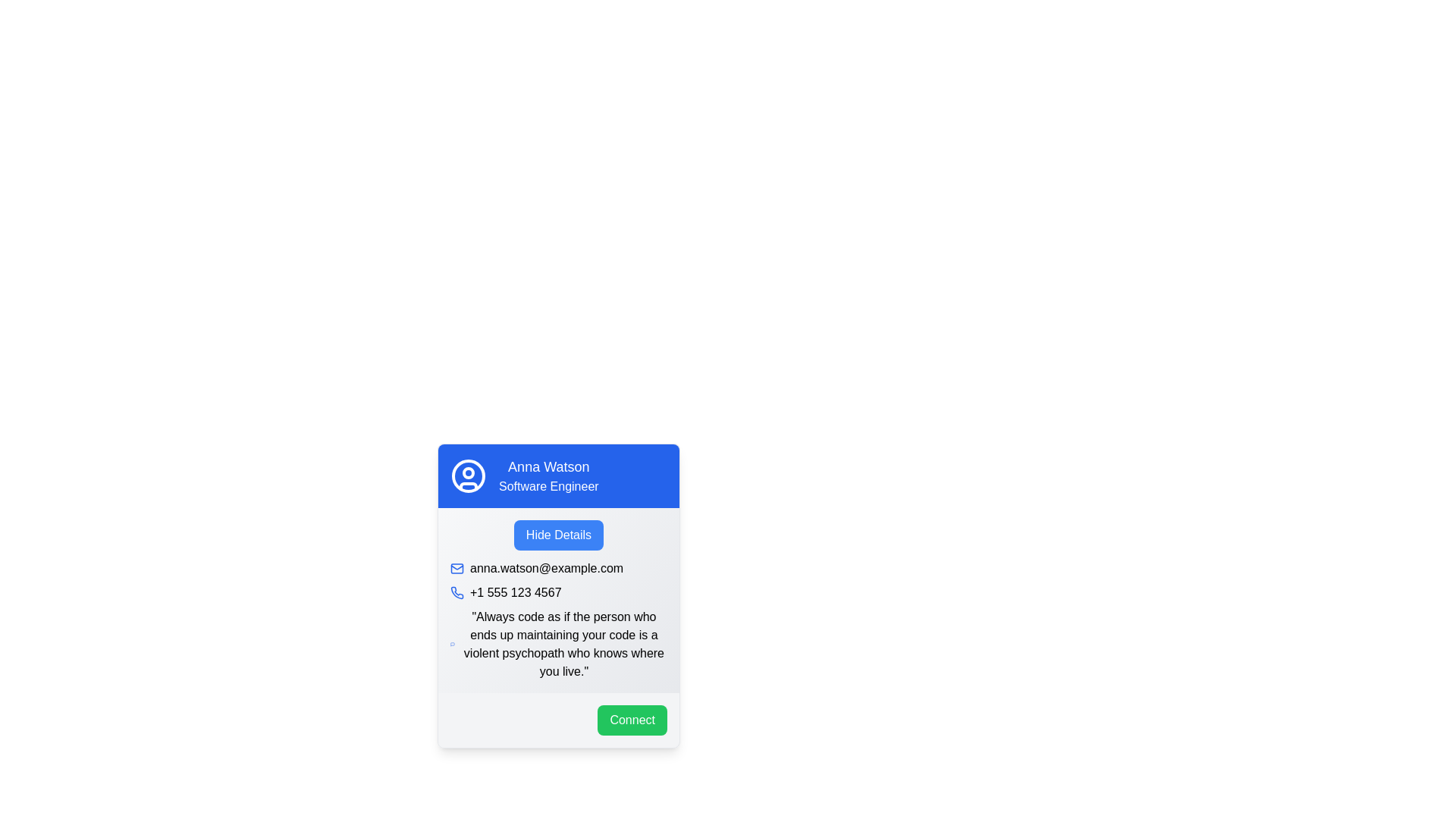 The height and width of the screenshot is (819, 1456). What do you see at coordinates (468, 475) in the screenshot?
I see `the outermost circle of the user avatar graphic located in the middle-top portion of the profile card` at bounding box center [468, 475].